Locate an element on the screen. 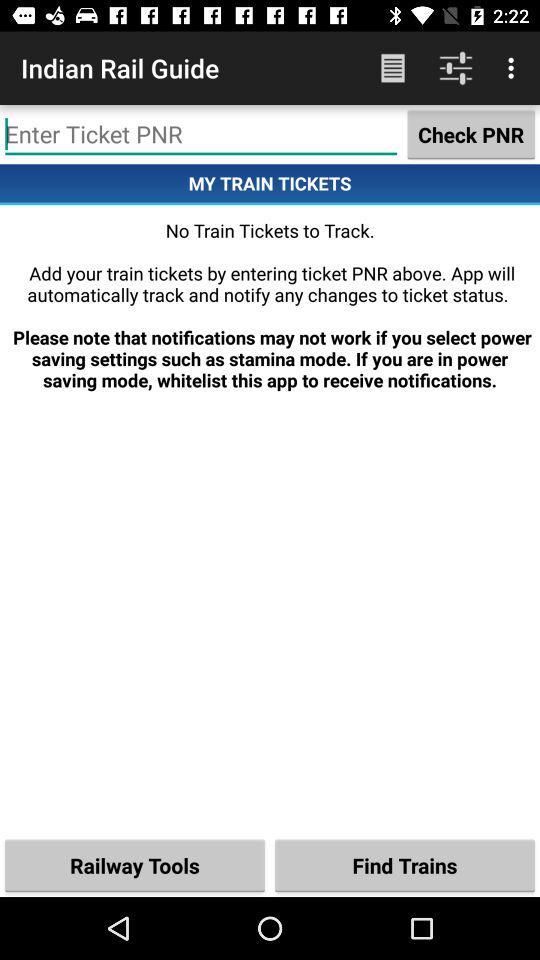  the item above my train tickets is located at coordinates (471, 133).